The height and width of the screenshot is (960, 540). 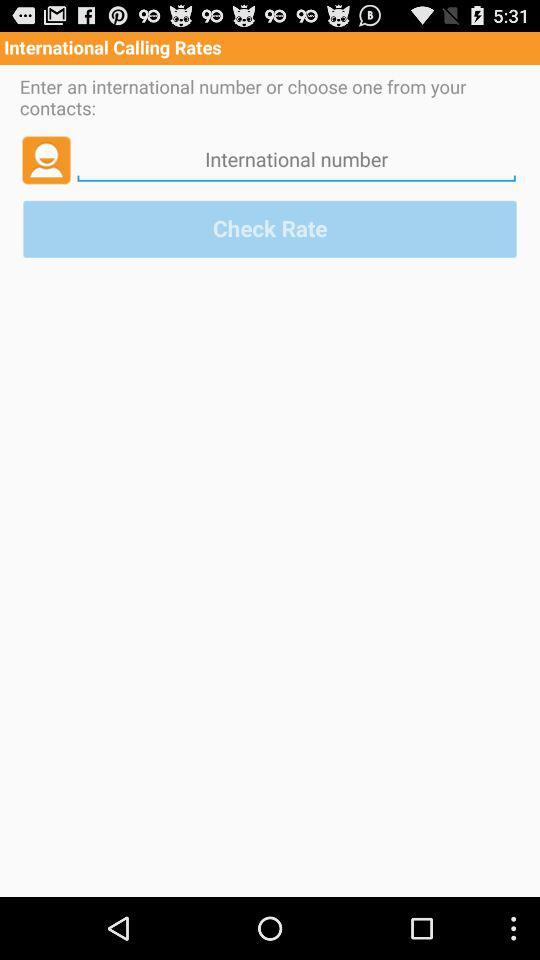 What do you see at coordinates (46, 158) in the screenshot?
I see `icon above the check rate` at bounding box center [46, 158].